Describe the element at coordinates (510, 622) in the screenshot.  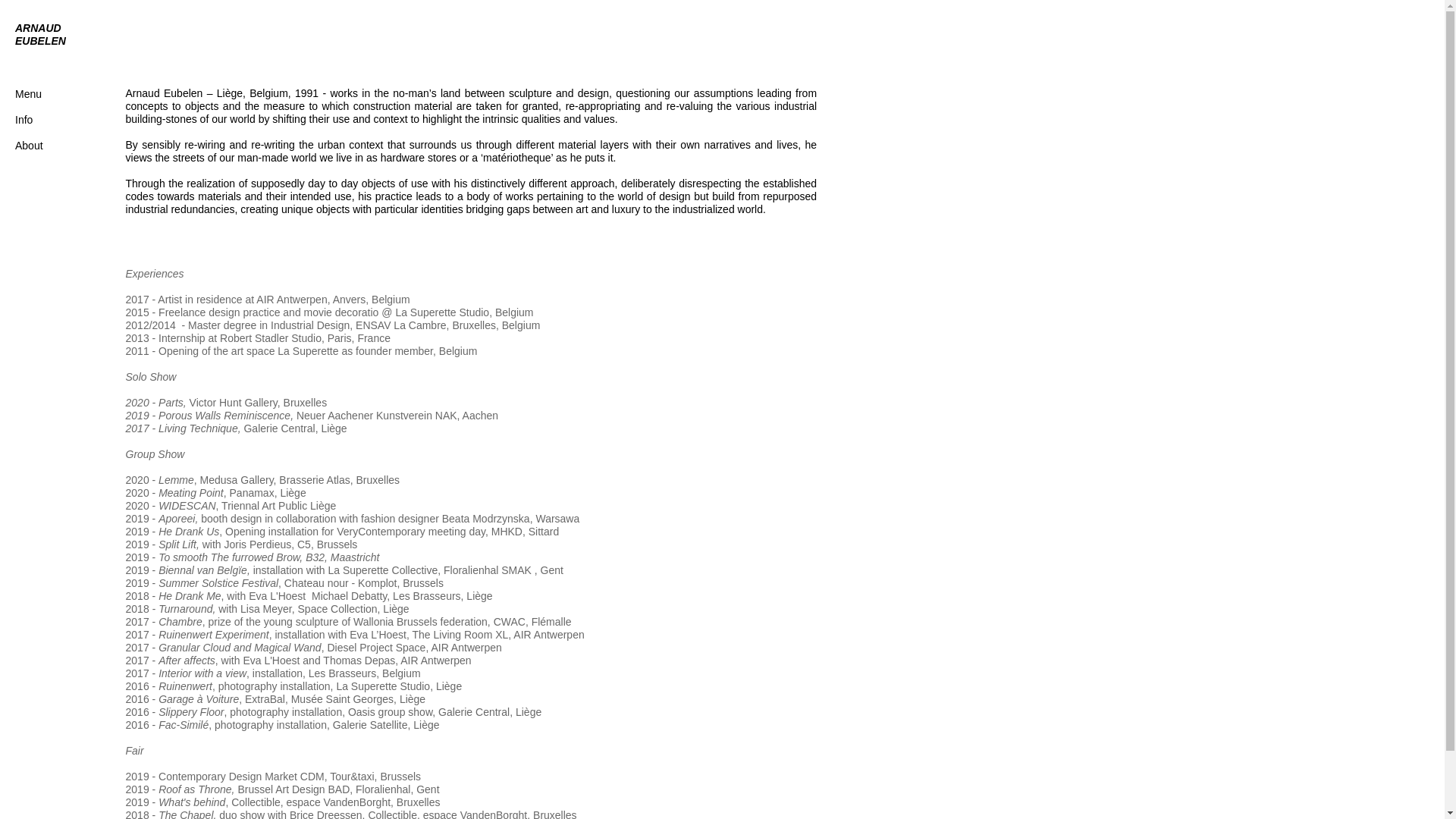
I see `'CWAC'` at that location.